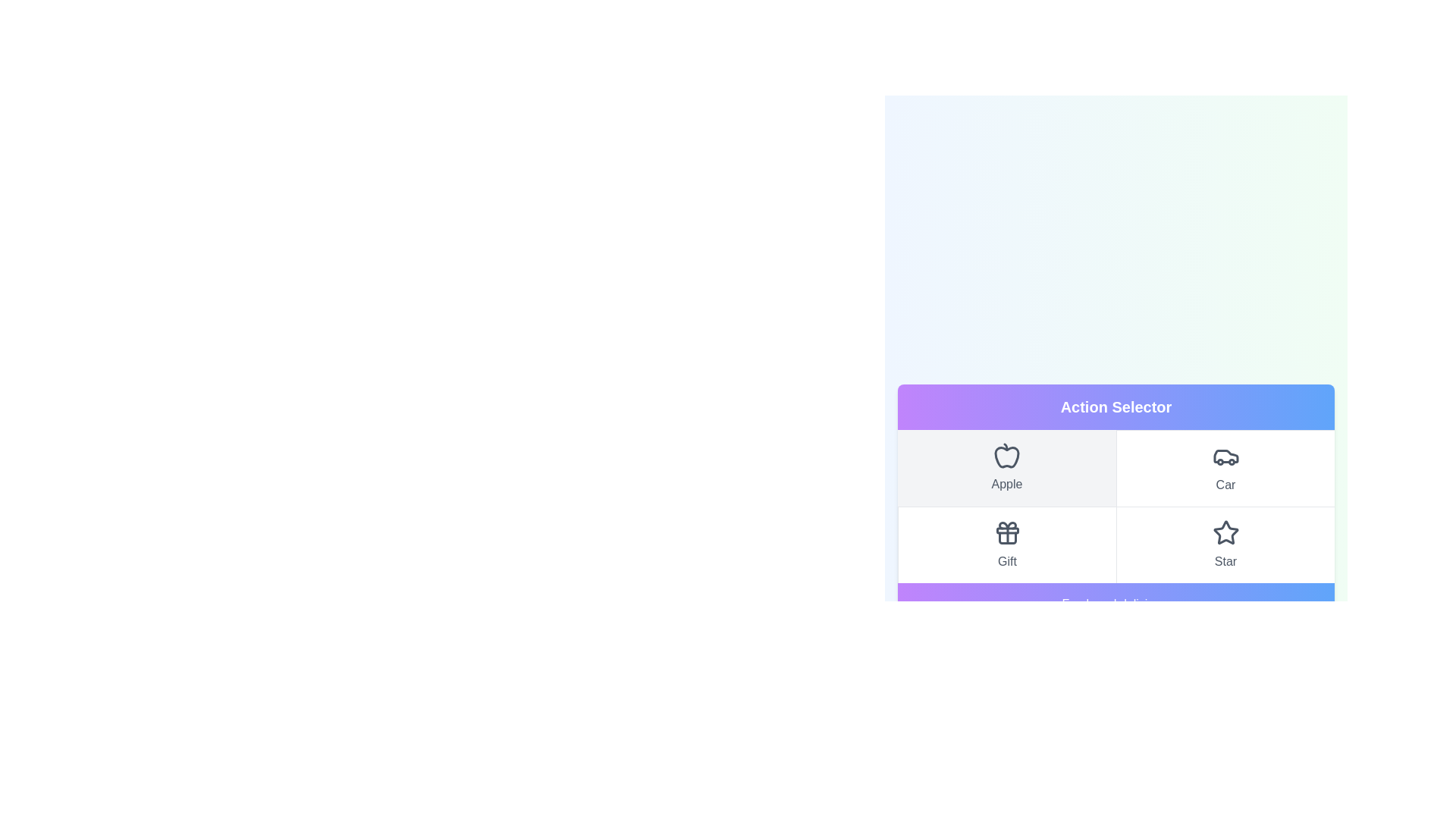 This screenshot has height=819, width=1456. What do you see at coordinates (1007, 561) in the screenshot?
I see `the 'Gift' text label located below the gift icon in the Action Selector section` at bounding box center [1007, 561].